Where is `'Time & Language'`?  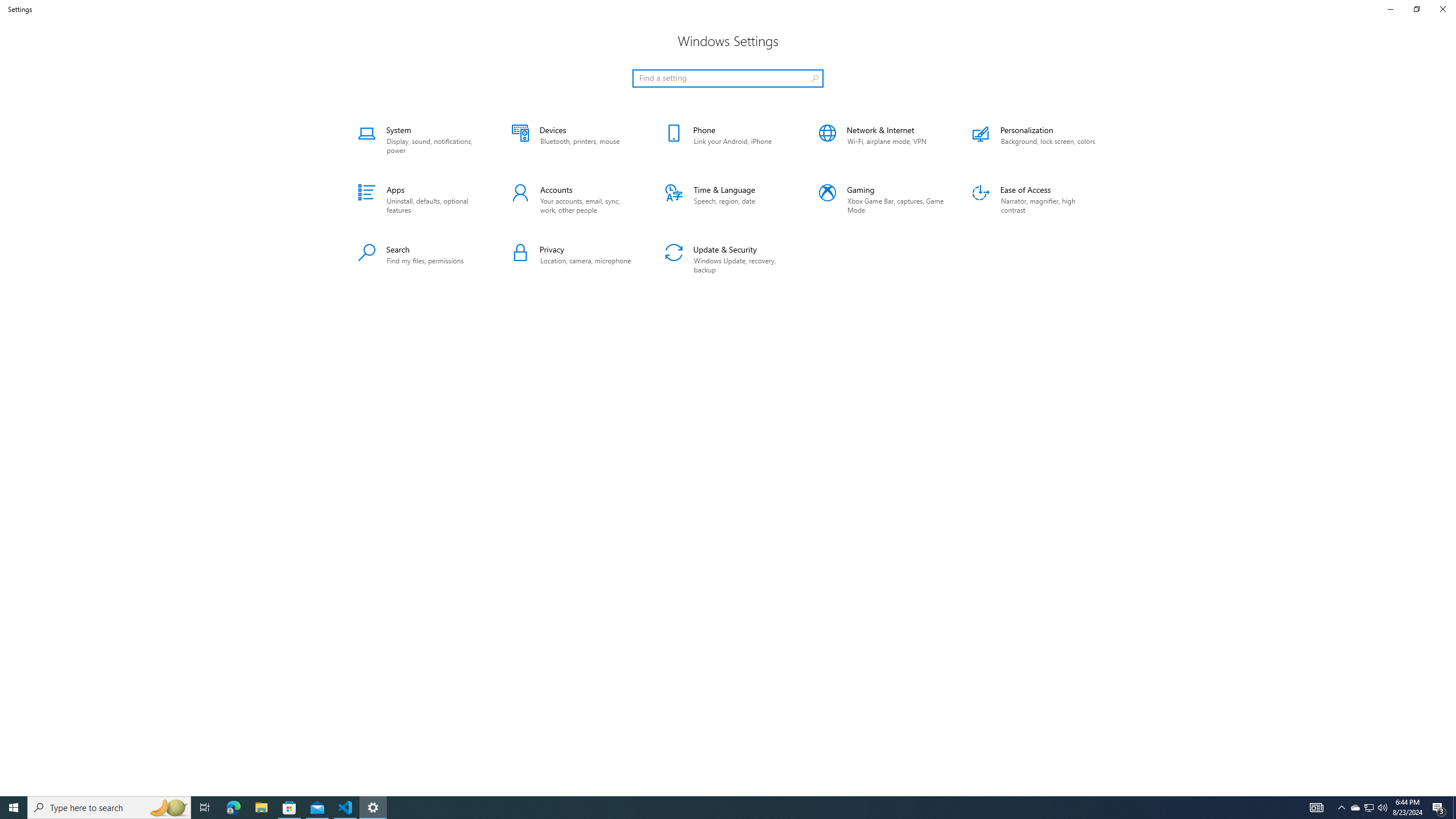 'Time & Language' is located at coordinates (728, 200).